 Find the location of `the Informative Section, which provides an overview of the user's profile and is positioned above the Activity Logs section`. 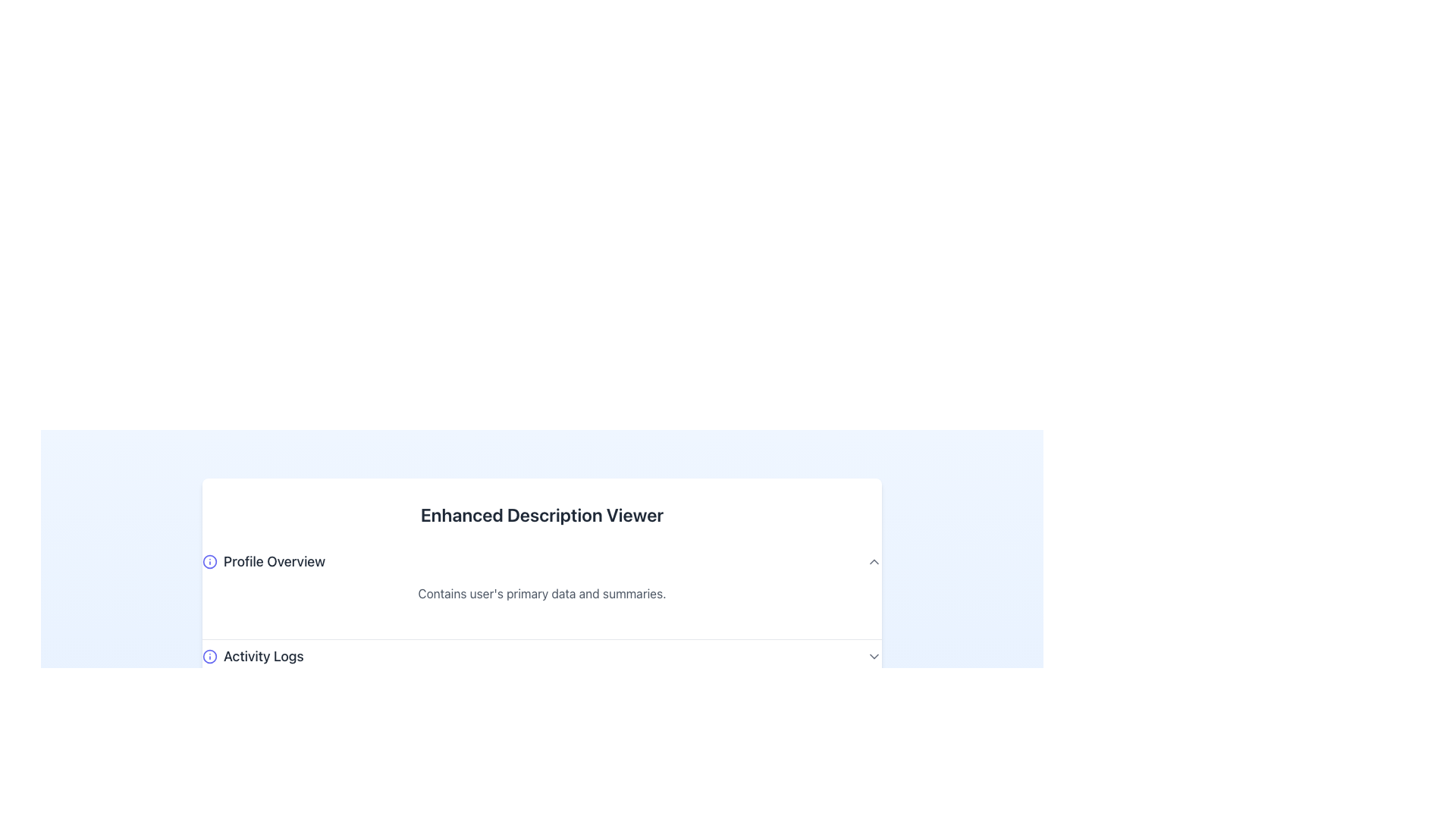

the Informative Section, which provides an overview of the user's profile and is positioned above the Activity Logs section is located at coordinates (542, 582).